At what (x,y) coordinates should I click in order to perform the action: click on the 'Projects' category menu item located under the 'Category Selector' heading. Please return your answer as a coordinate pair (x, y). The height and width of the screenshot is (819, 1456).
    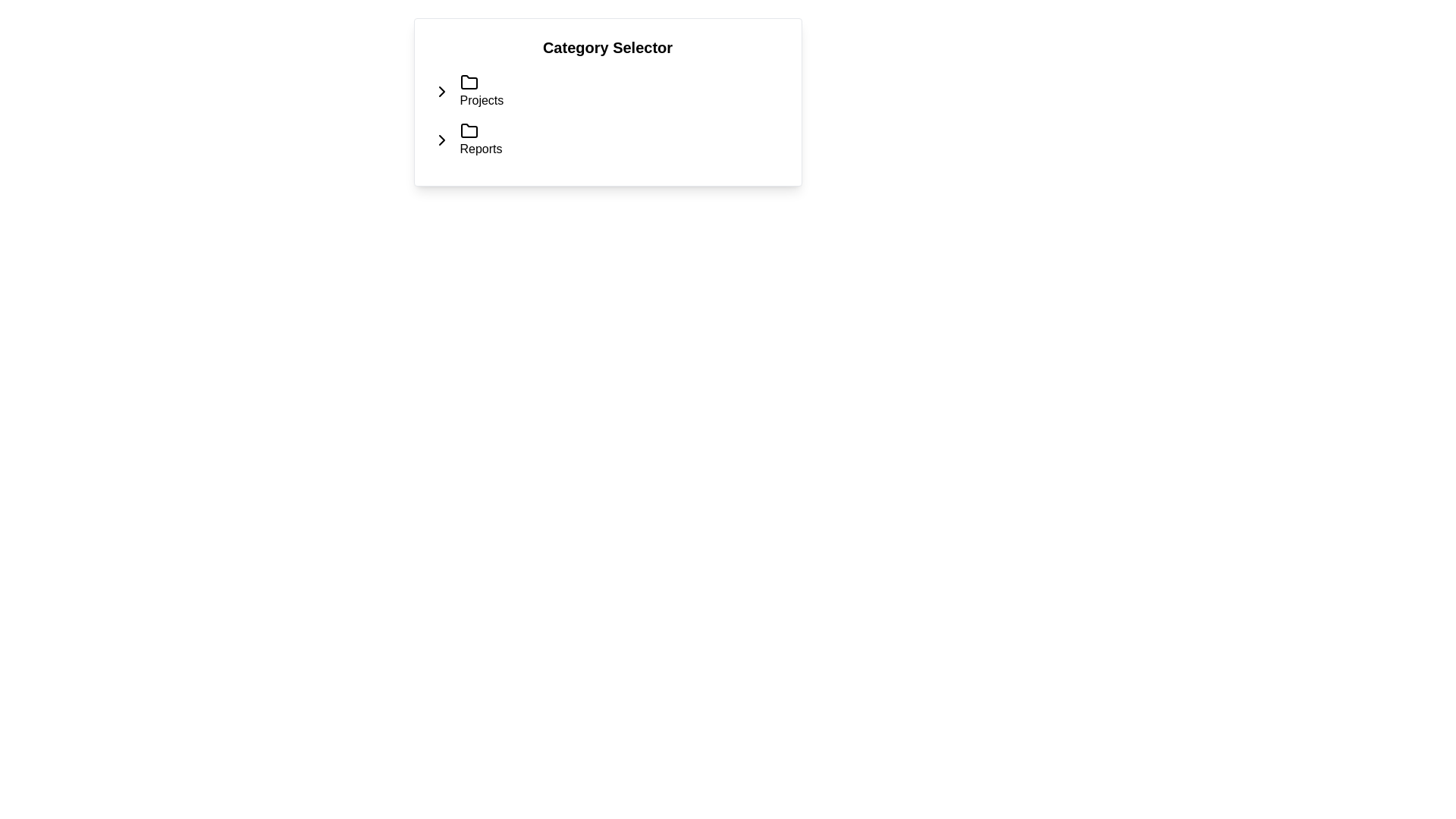
    Looking at the image, I should click on (481, 91).